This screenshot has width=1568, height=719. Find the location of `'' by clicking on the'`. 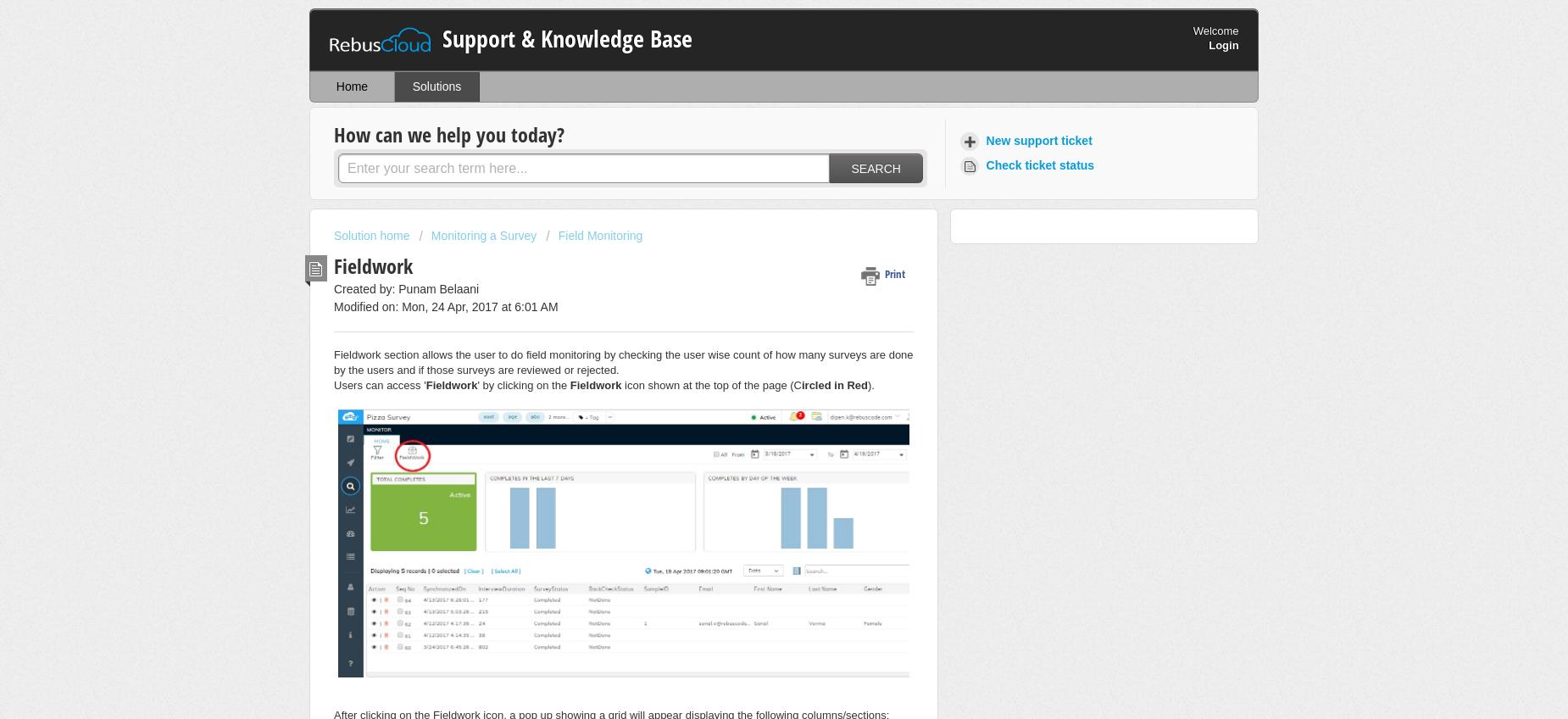

'' by clicking on the' is located at coordinates (523, 383).